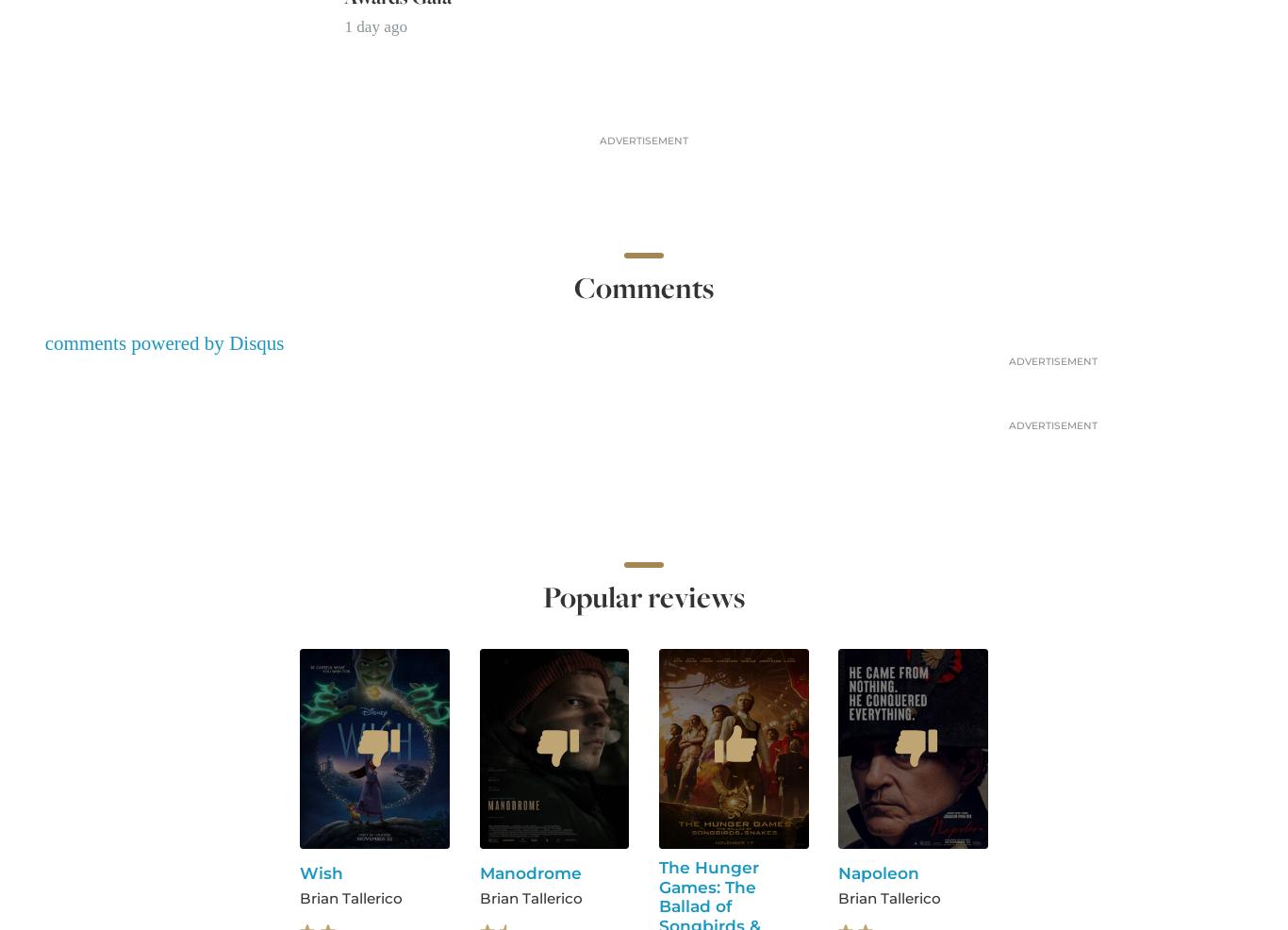 This screenshot has height=930, width=1288. Describe the element at coordinates (529, 872) in the screenshot. I see `'Manodrome'` at that location.